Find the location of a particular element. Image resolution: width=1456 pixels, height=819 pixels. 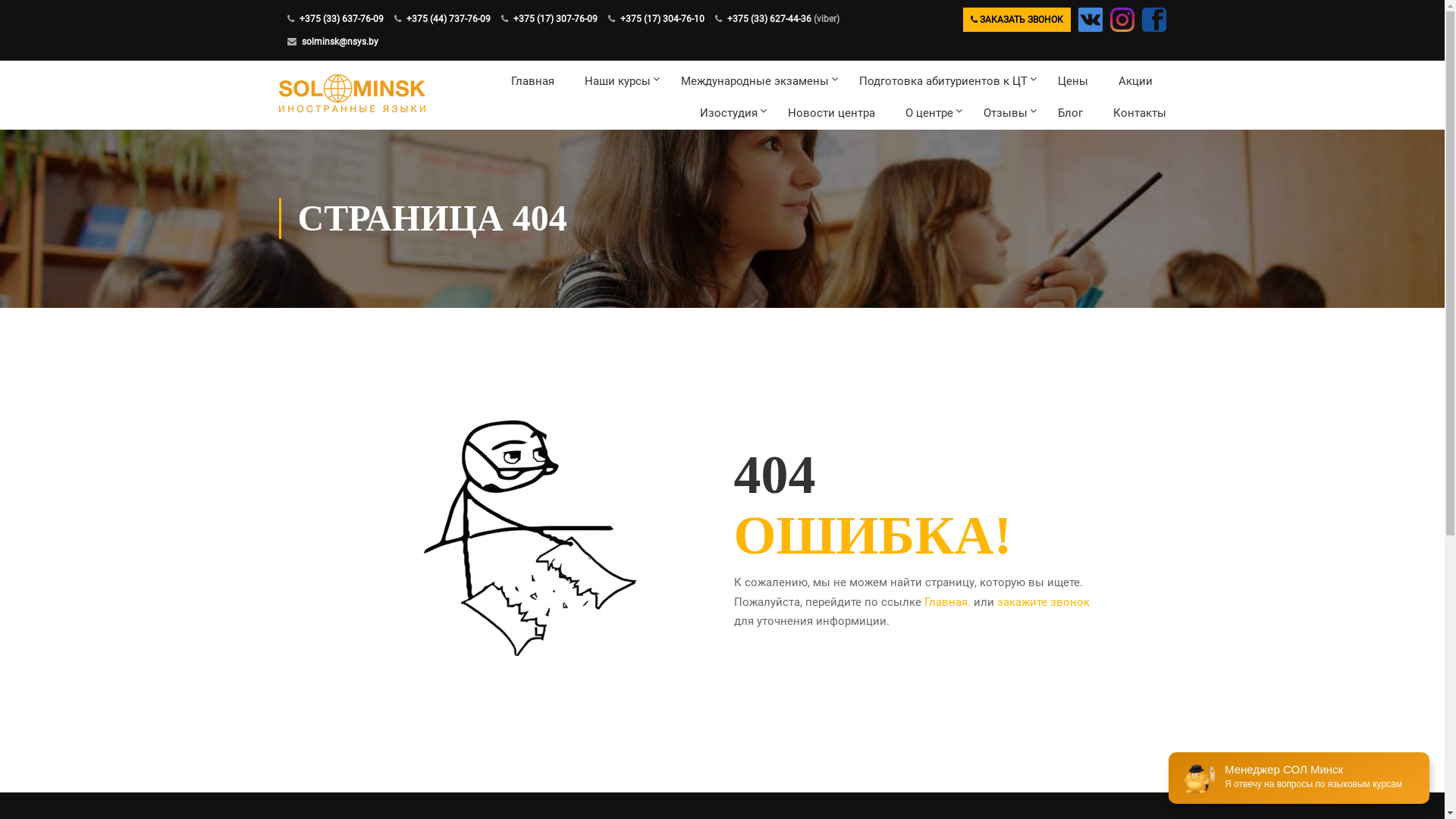

'+375 (17) 307-76-09' is located at coordinates (554, 18).